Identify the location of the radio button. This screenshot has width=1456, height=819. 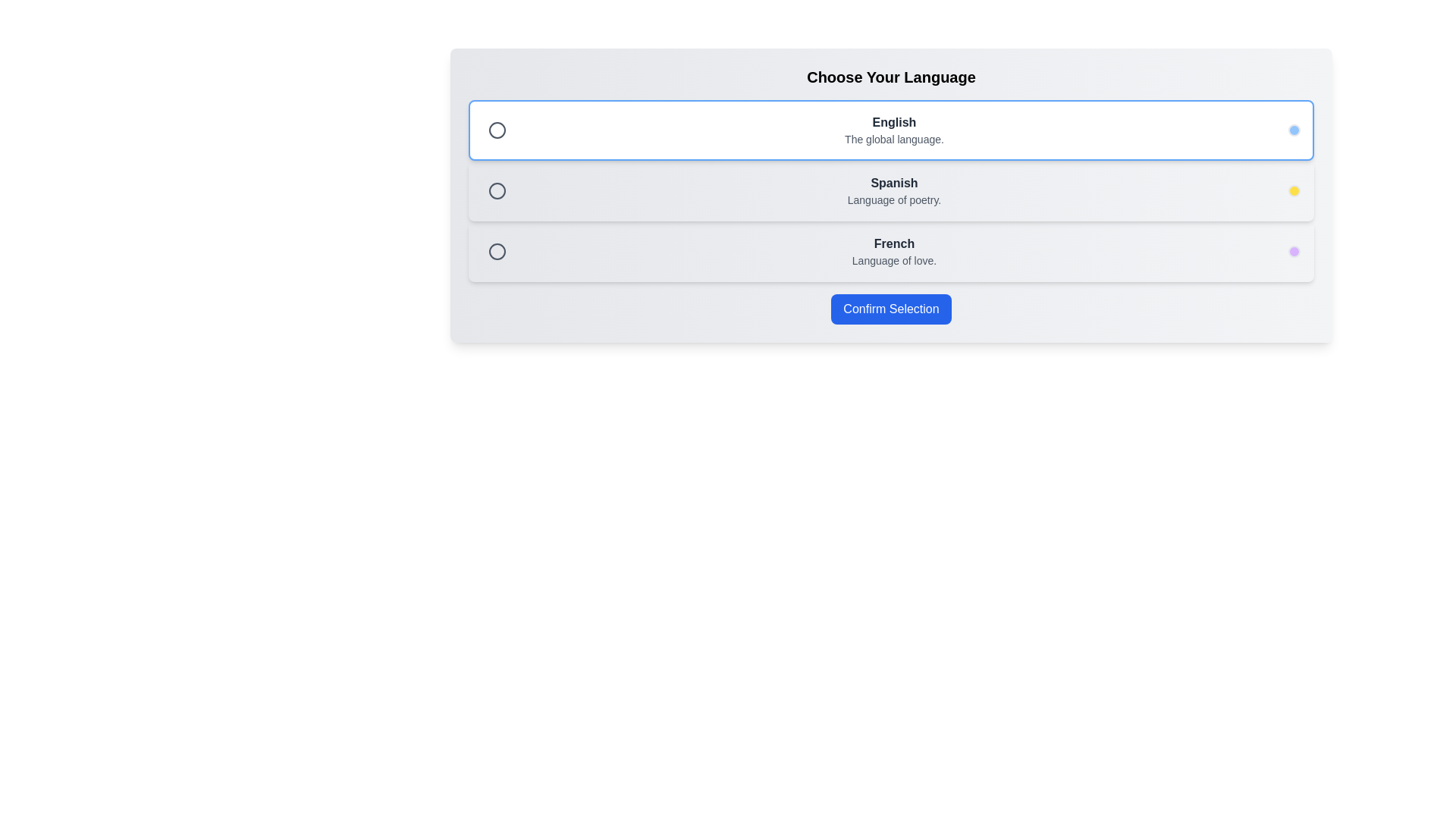
(497, 190).